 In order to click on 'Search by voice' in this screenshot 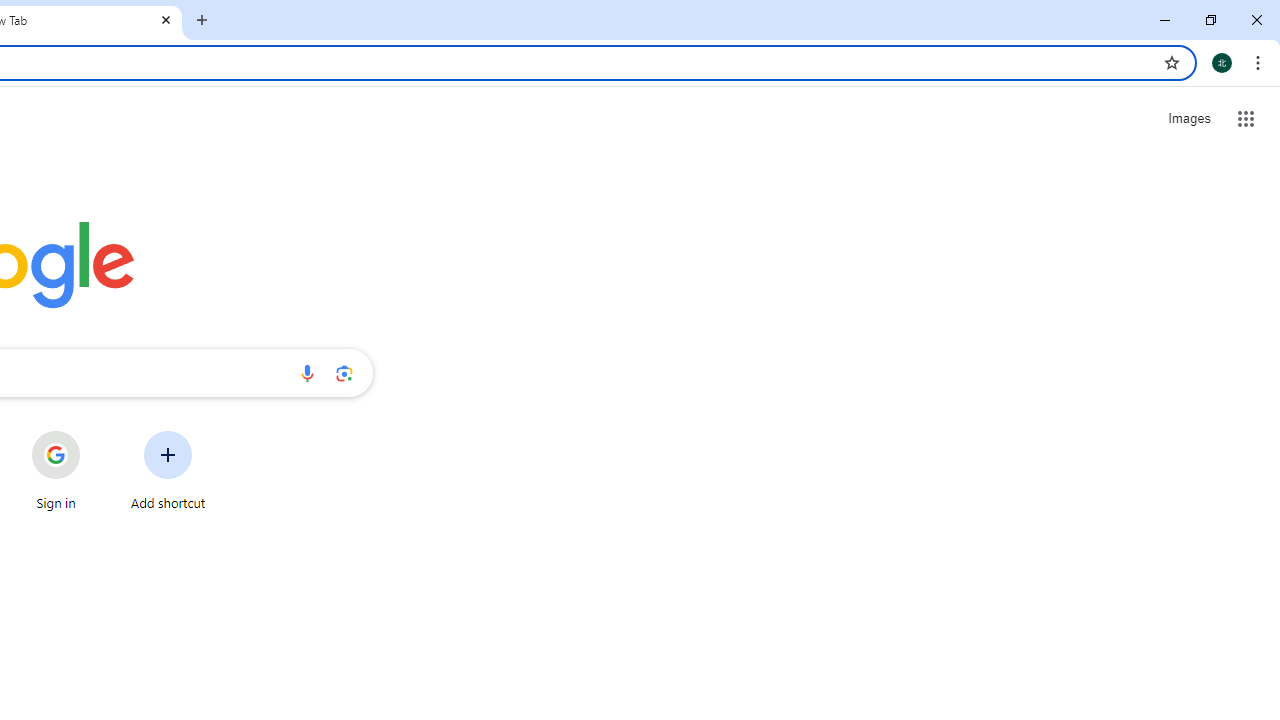, I will do `click(306, 372)`.